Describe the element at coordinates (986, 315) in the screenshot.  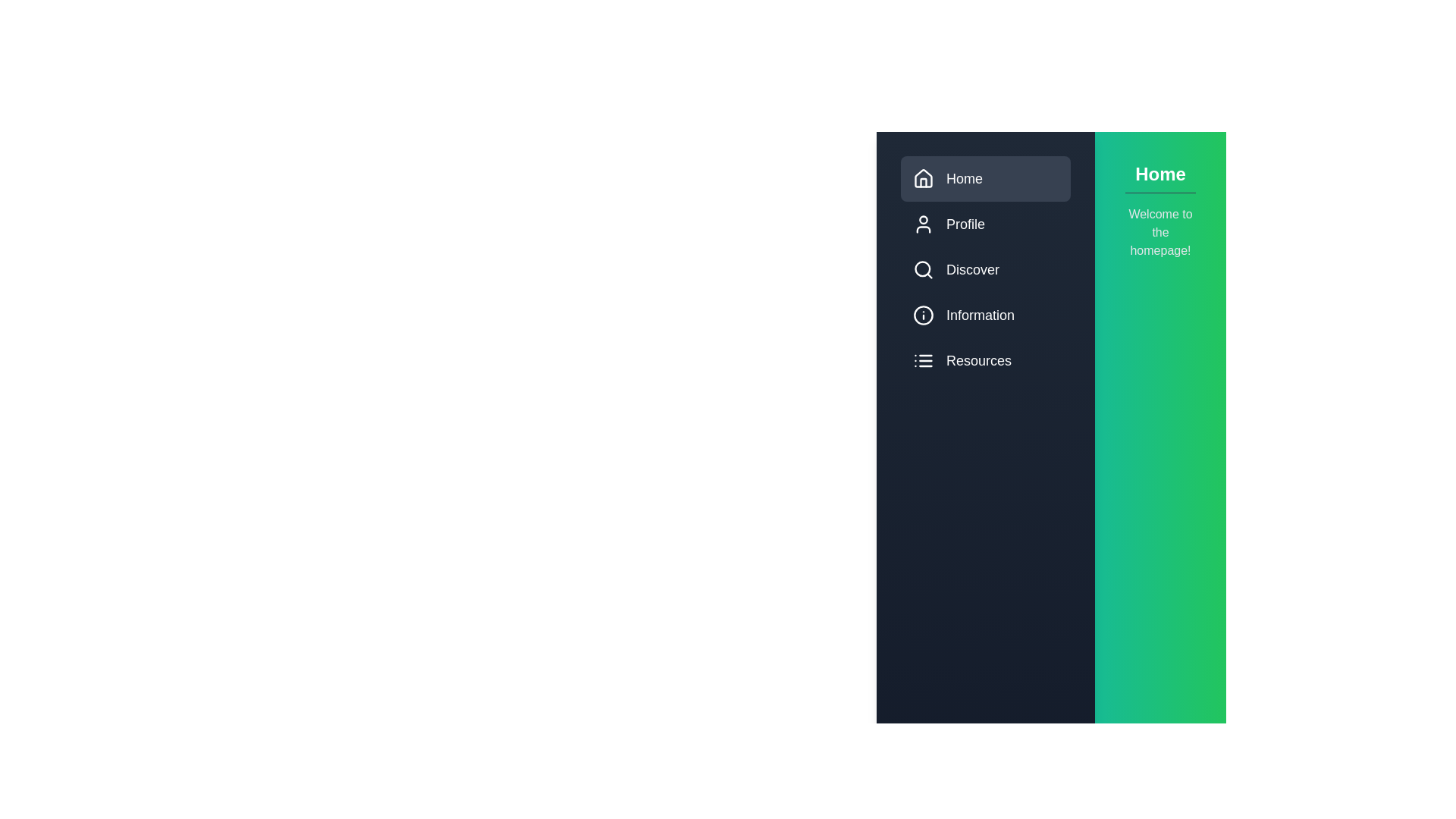
I see `the menu item Information to preview its interaction` at that location.